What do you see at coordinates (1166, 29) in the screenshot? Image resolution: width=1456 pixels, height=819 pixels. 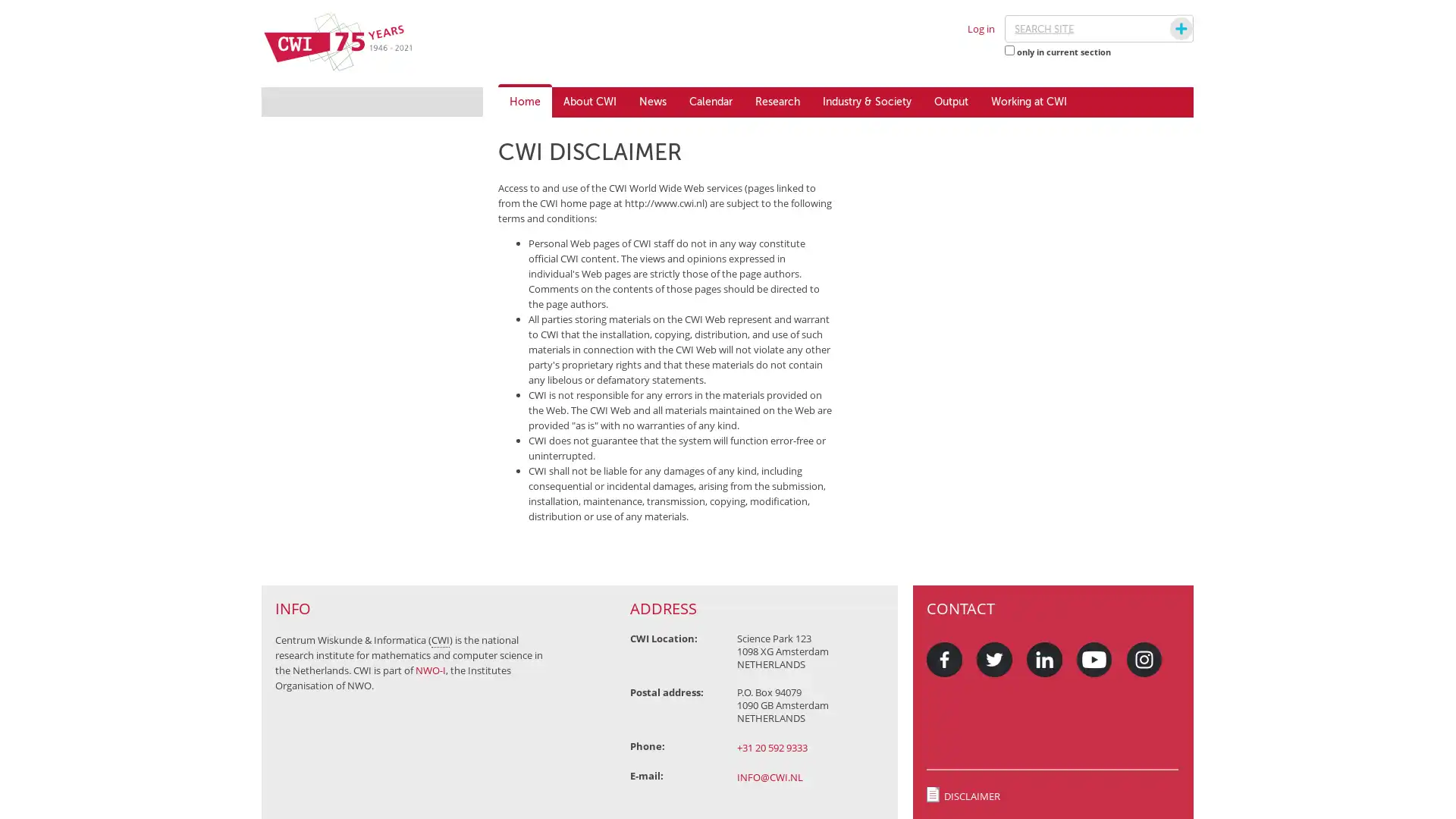 I see `Search` at bounding box center [1166, 29].